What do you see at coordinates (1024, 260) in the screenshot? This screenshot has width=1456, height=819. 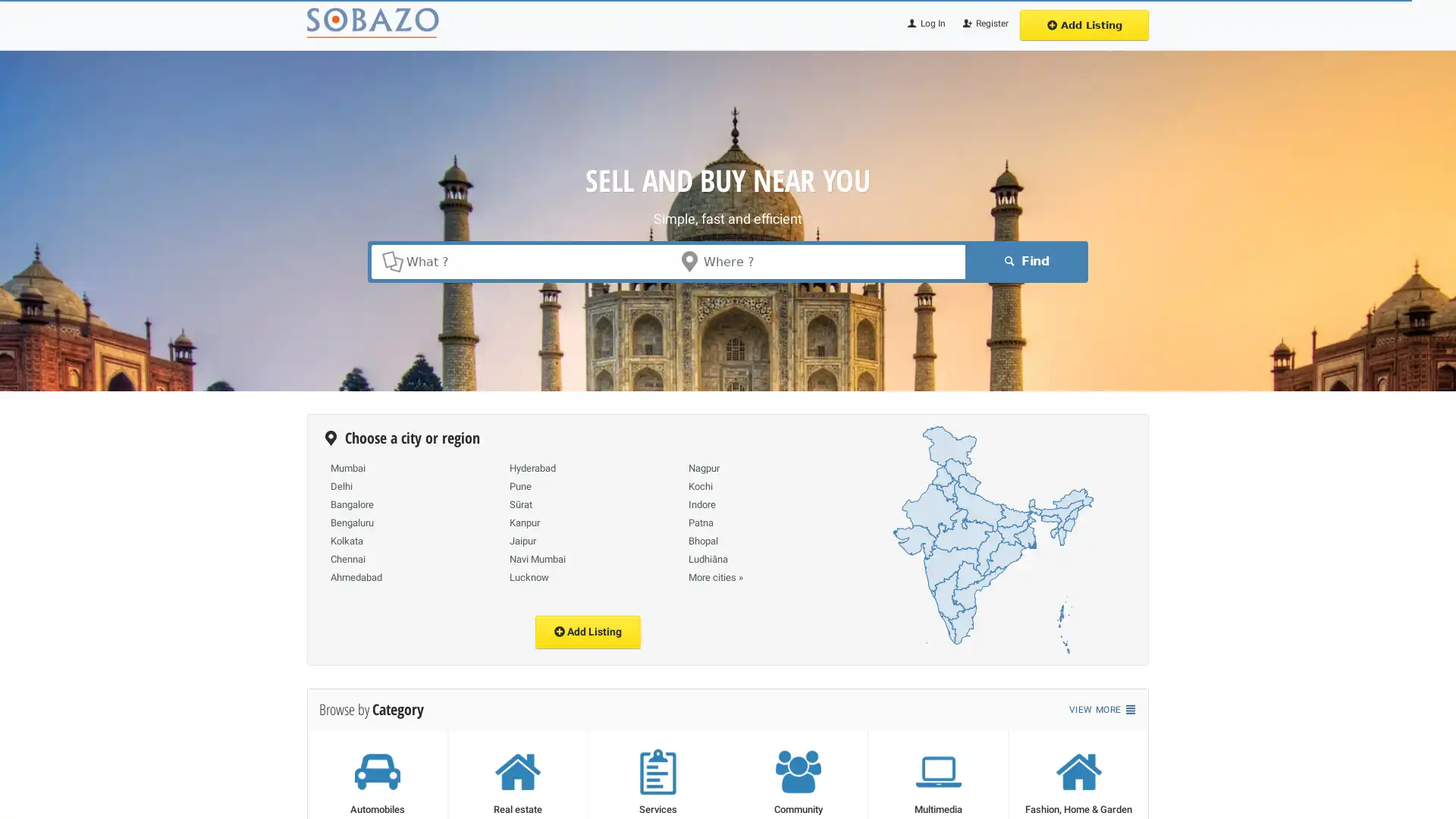 I see `Find` at bounding box center [1024, 260].